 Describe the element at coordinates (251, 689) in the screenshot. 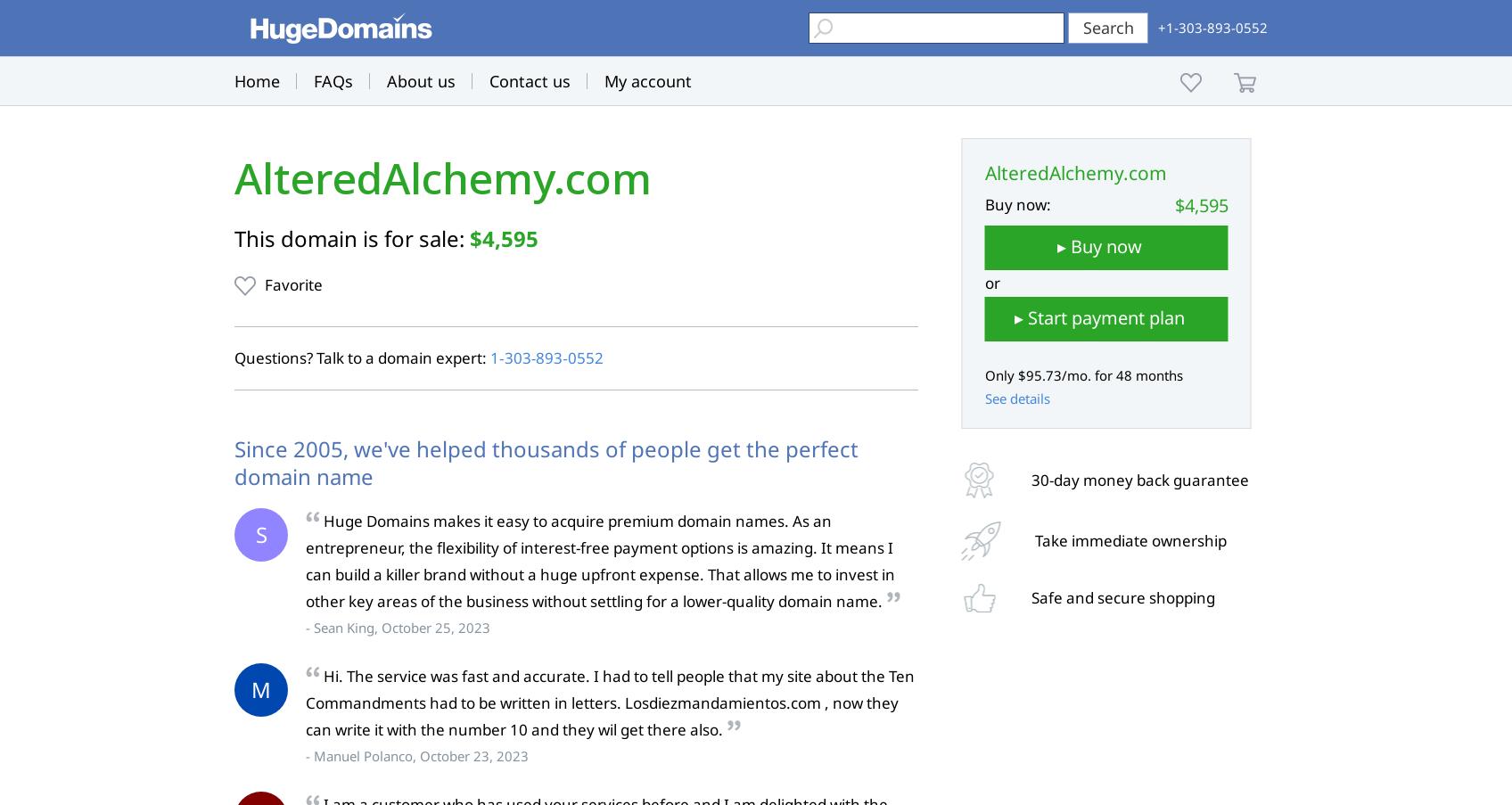

I see `'M'` at that location.